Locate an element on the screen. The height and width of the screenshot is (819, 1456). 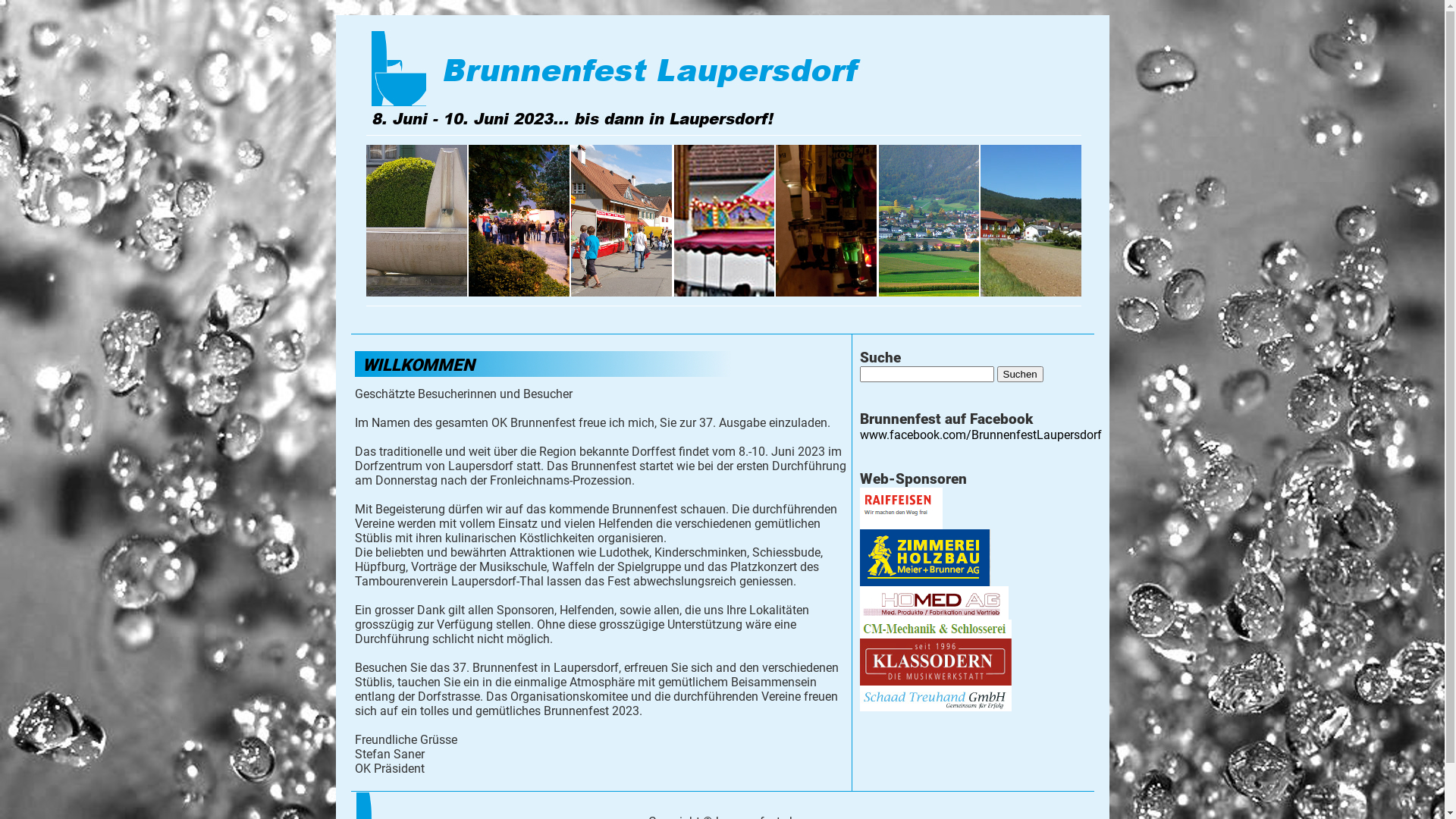
'www.facebook.com/BrunnenfestLaupersdorf' is located at coordinates (981, 435).